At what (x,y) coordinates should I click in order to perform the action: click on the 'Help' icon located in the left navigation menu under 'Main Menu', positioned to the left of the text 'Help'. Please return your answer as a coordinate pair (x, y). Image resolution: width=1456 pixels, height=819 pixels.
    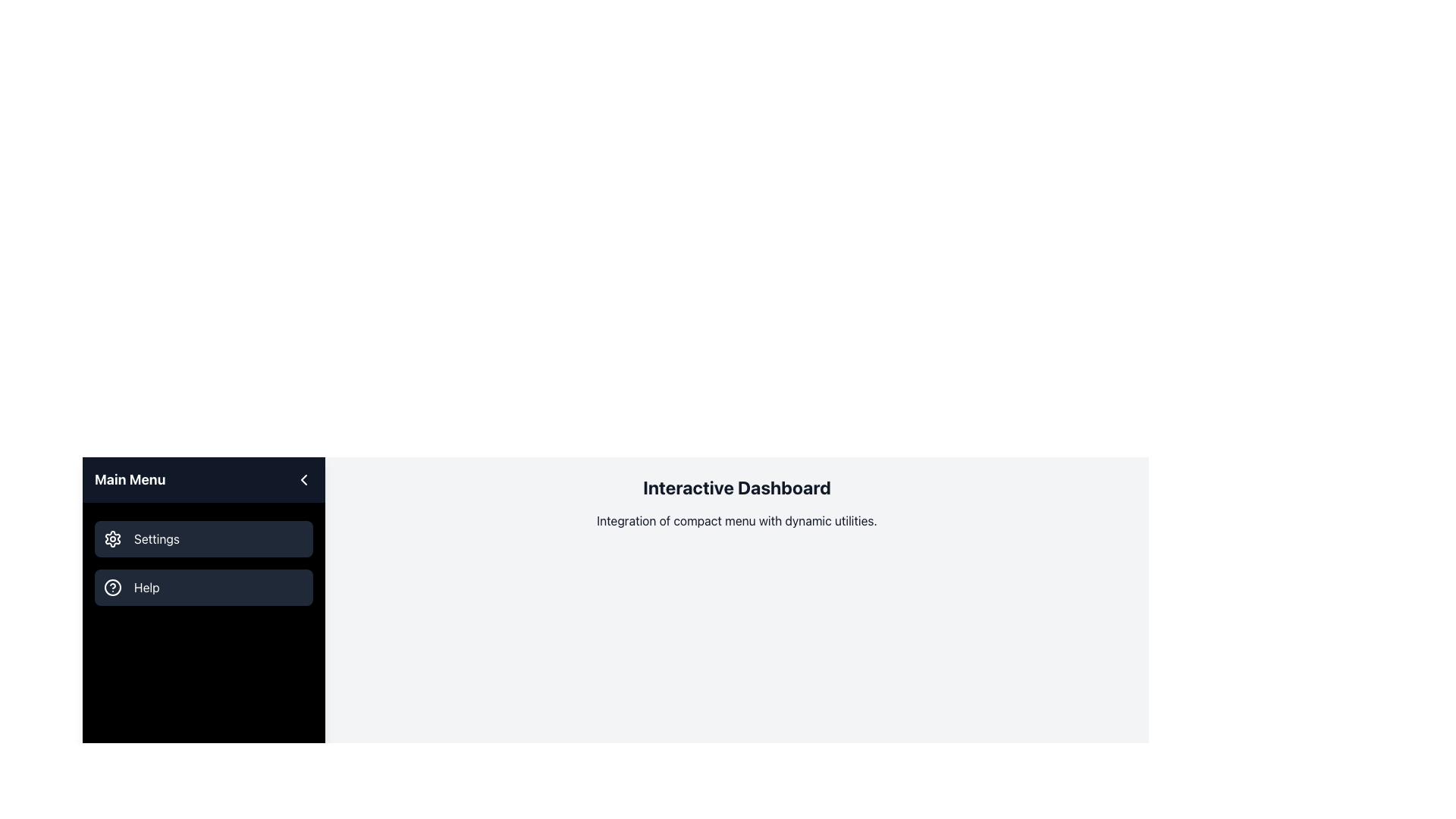
    Looking at the image, I should click on (111, 587).